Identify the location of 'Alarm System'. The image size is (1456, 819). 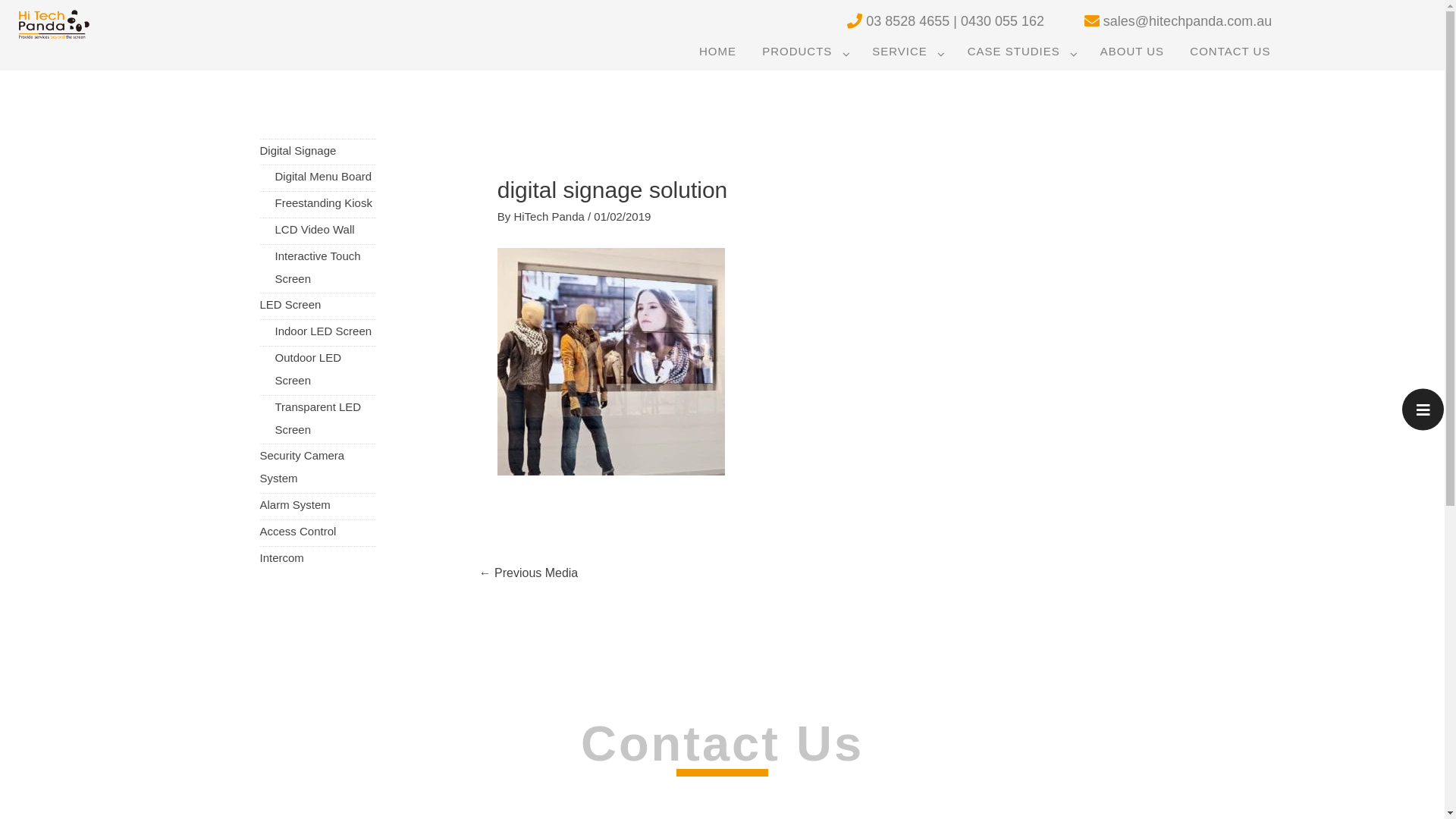
(294, 504).